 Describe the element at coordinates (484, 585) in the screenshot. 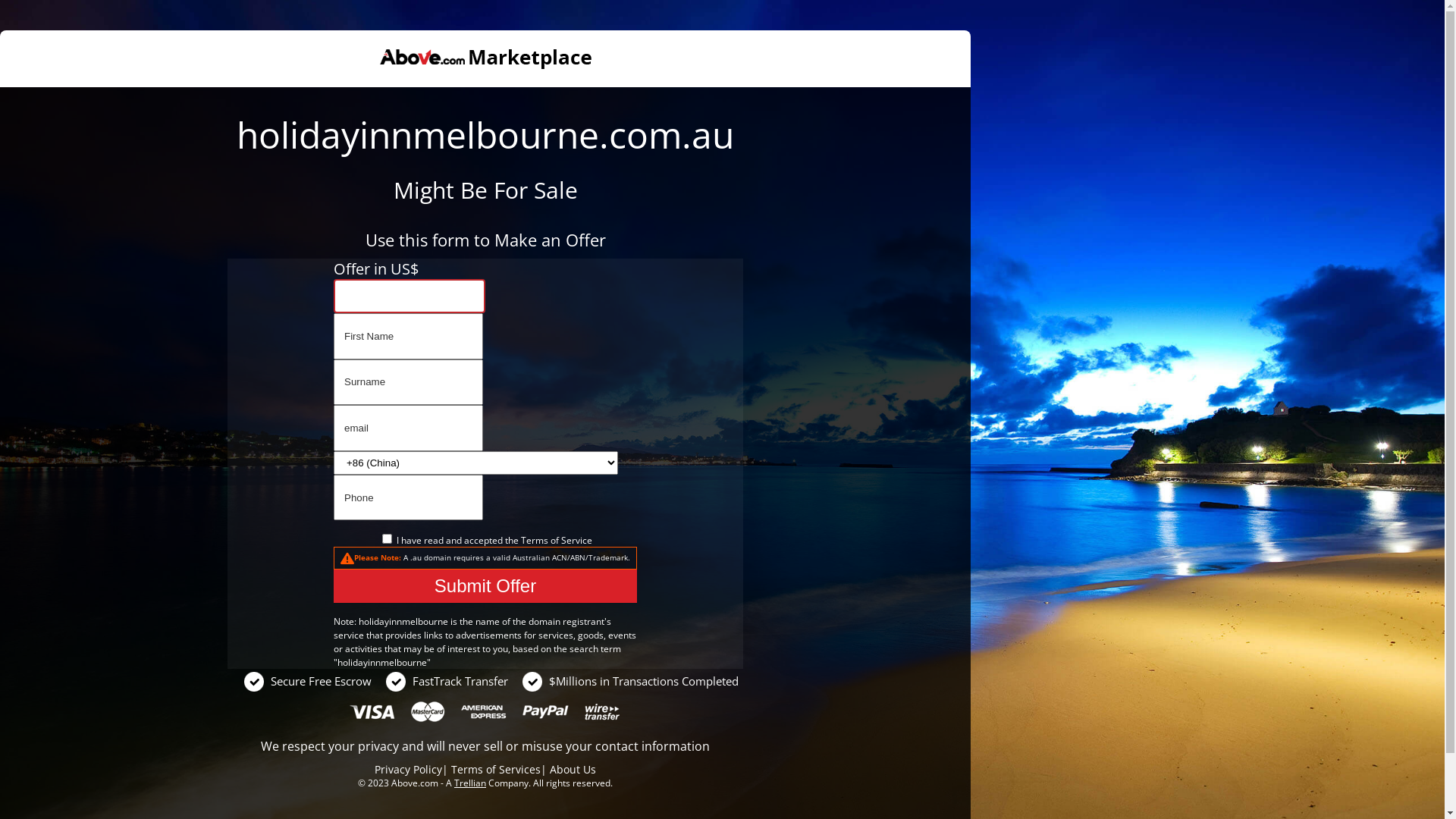

I see `'Submit Offer'` at that location.